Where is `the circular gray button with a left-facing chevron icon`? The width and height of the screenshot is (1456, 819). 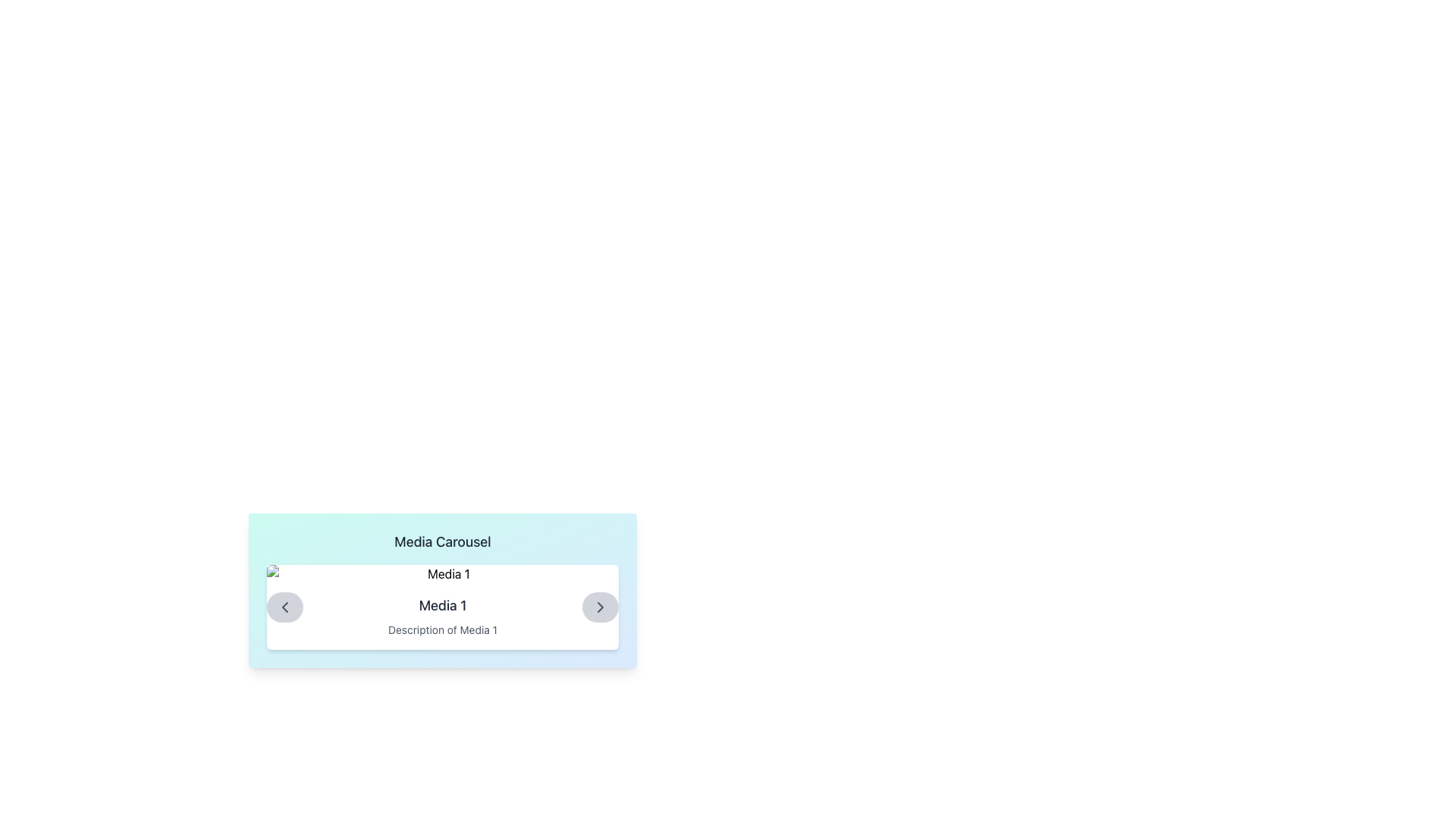 the circular gray button with a left-facing chevron icon is located at coordinates (284, 607).